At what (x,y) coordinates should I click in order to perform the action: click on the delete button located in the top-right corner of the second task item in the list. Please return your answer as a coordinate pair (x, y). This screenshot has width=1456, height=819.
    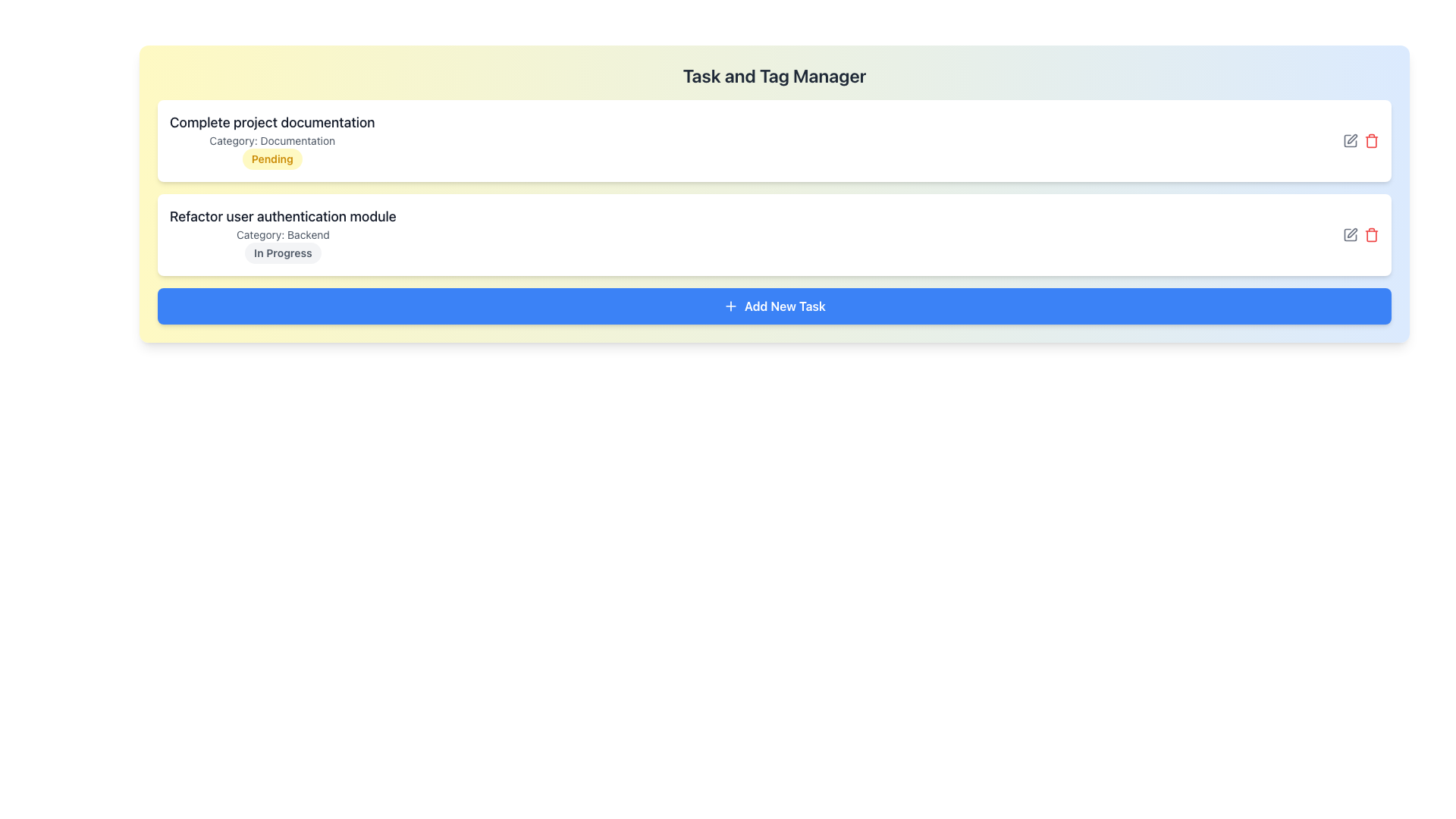
    Looking at the image, I should click on (1372, 140).